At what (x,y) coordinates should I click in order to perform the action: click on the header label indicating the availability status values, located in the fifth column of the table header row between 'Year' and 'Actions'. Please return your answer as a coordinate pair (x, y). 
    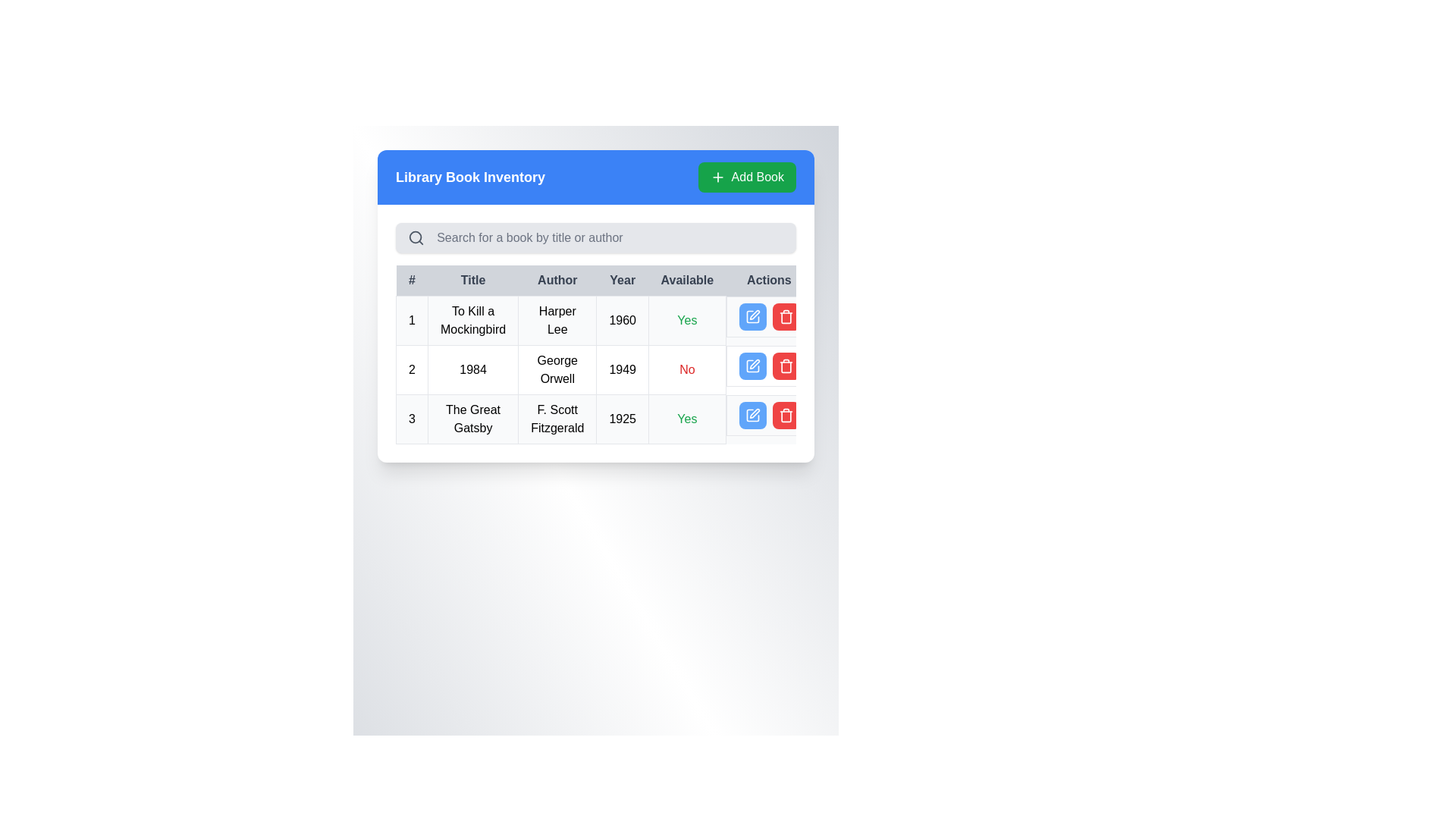
    Looking at the image, I should click on (686, 281).